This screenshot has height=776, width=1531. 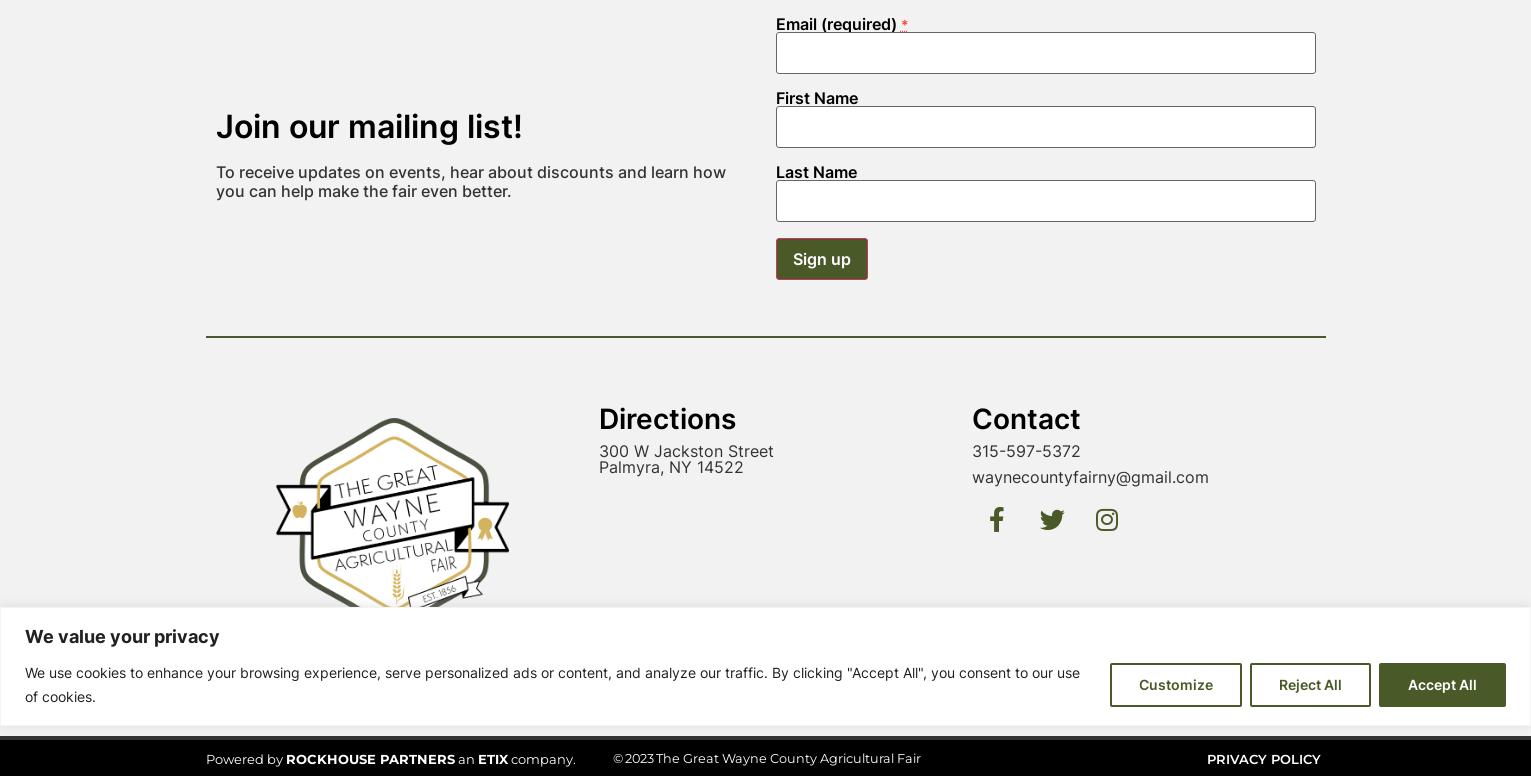 I want to click on 'The Great Wayne County Agricultural Fair', so click(x=786, y=479).